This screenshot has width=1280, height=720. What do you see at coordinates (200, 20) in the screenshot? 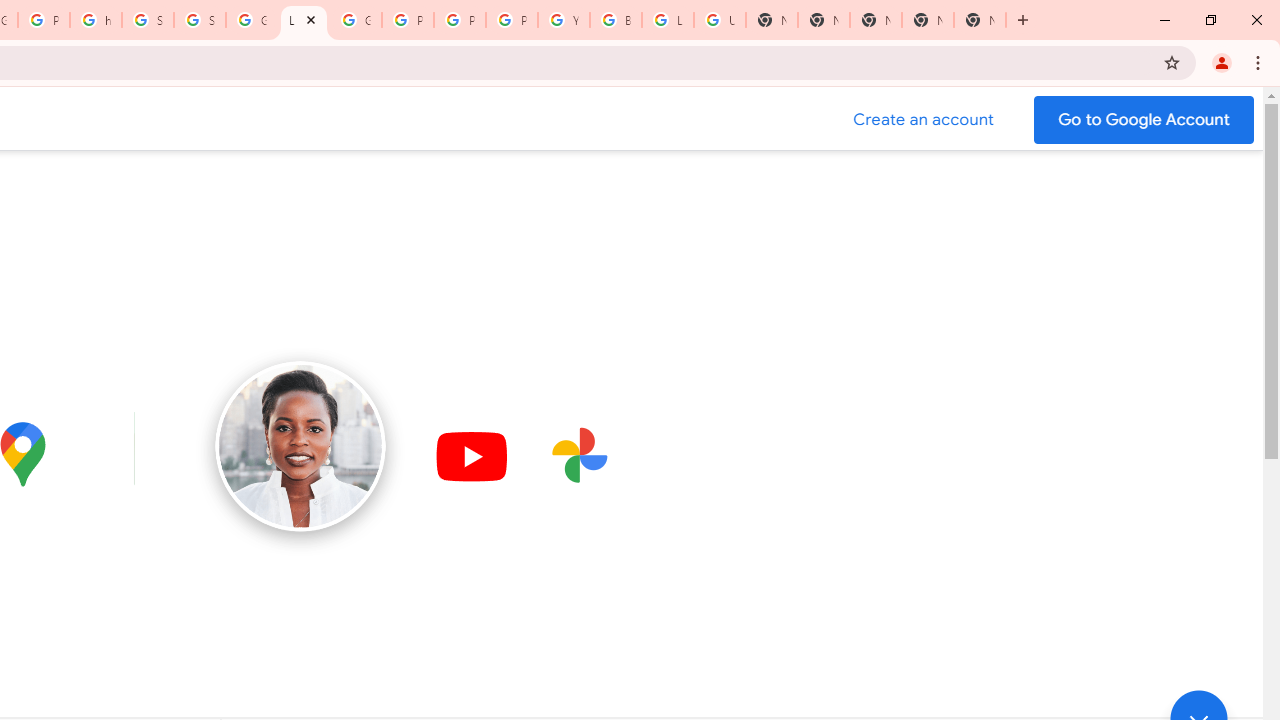
I see `'Sign in - Google Accounts'` at bounding box center [200, 20].